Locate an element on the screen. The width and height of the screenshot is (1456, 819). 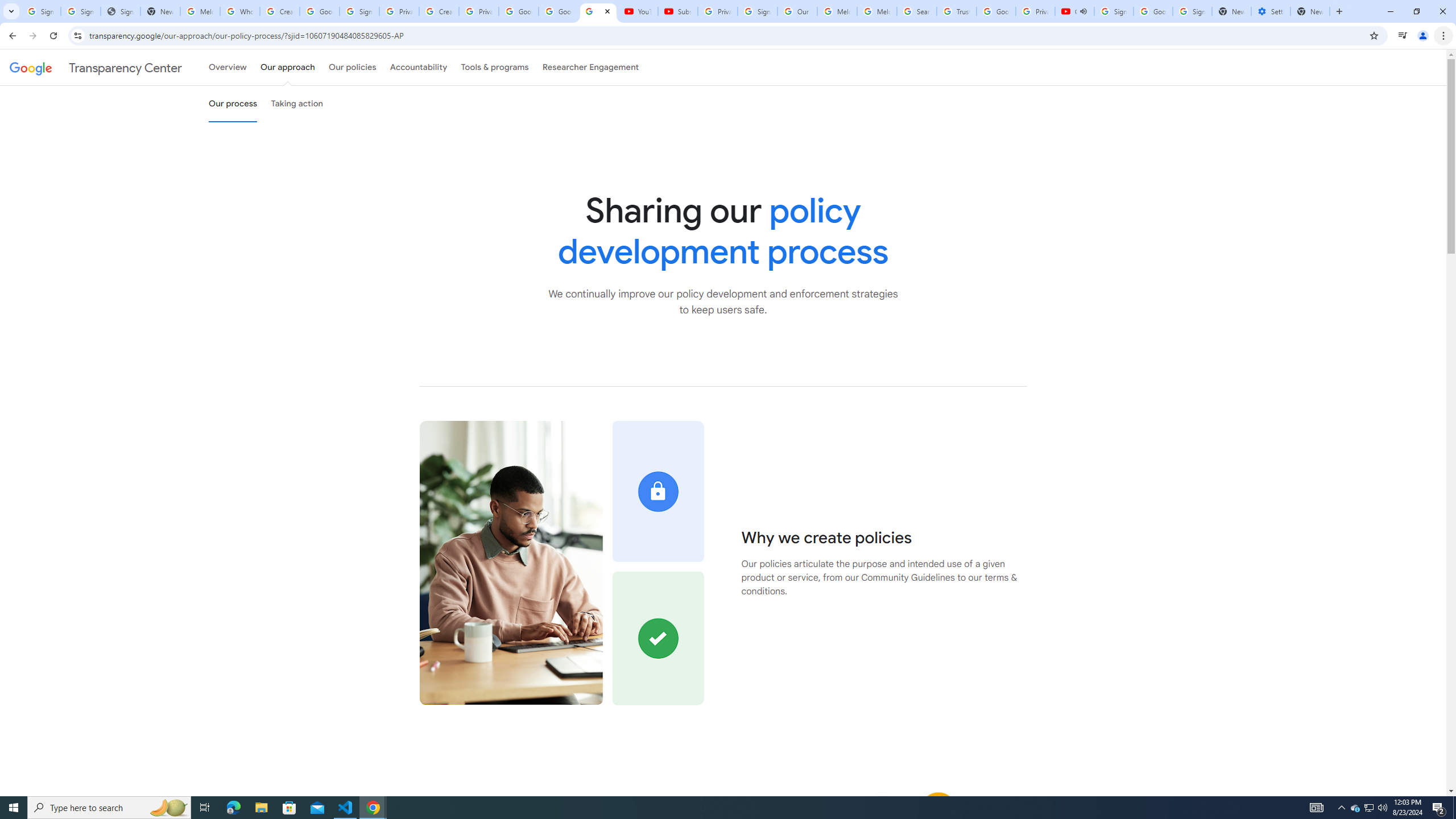
'Sign in - Google Accounts' is located at coordinates (1113, 11).